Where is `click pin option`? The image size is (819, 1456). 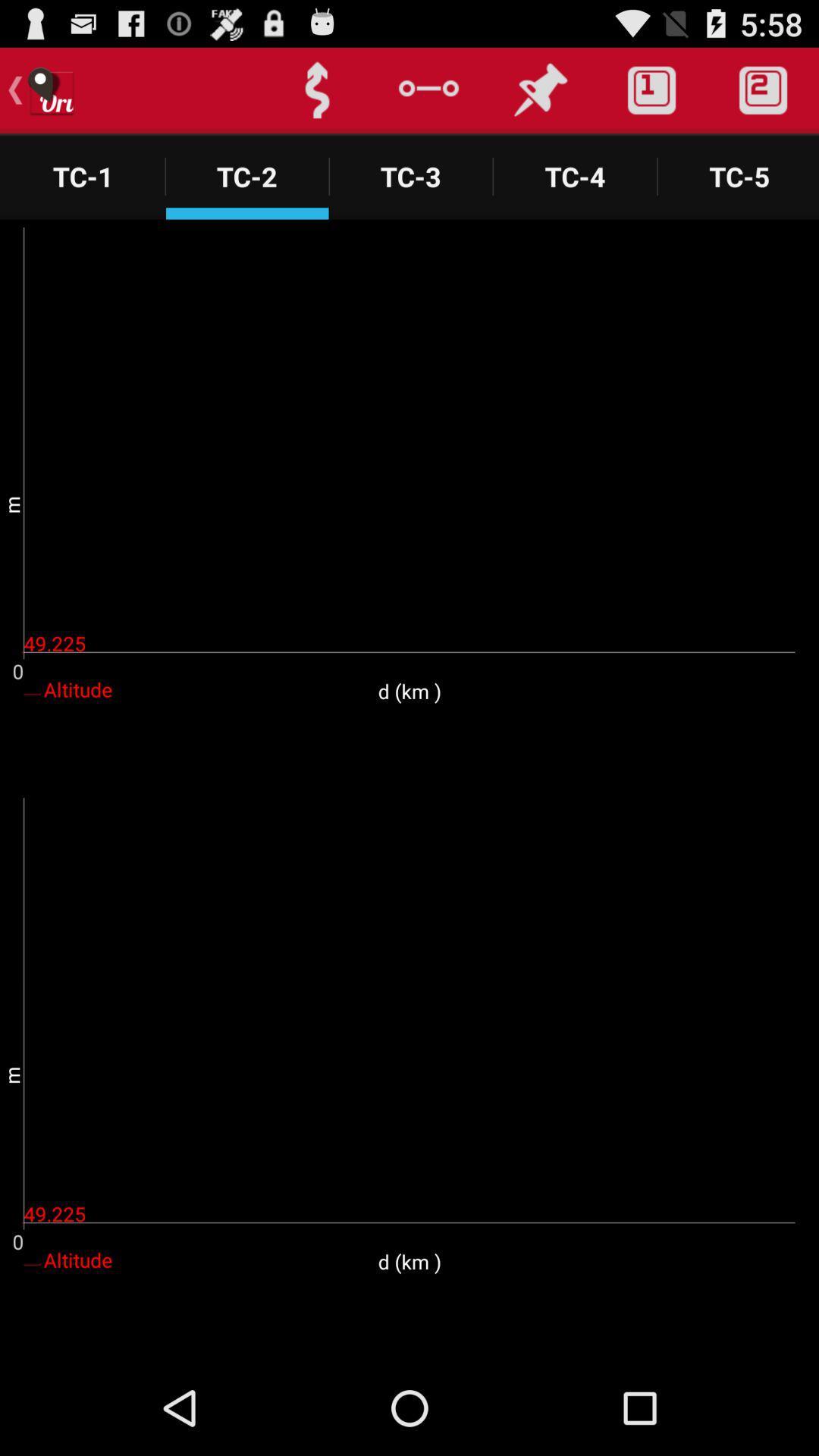
click pin option is located at coordinates (539, 89).